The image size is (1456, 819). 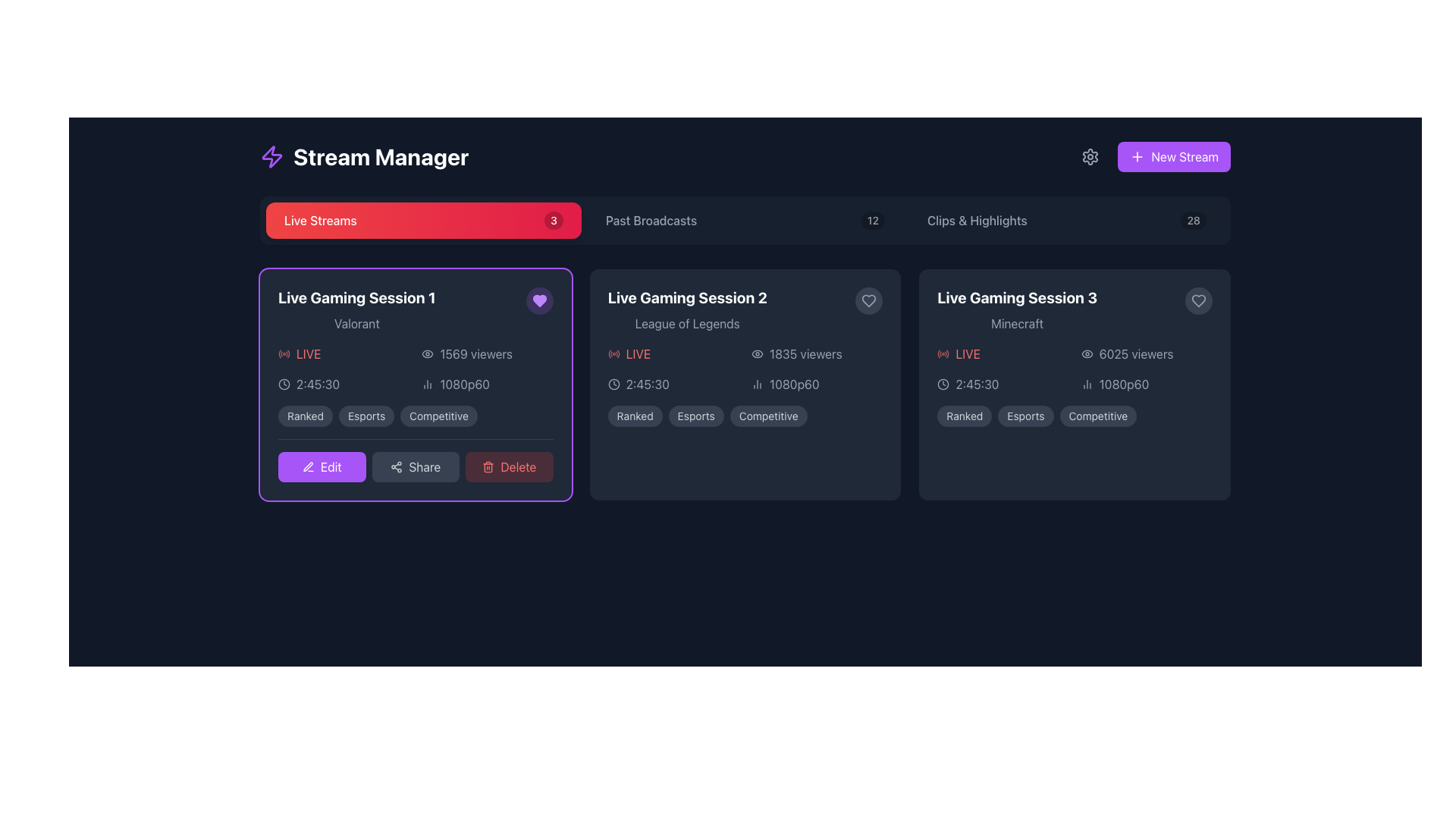 What do you see at coordinates (805, 353) in the screenshot?
I see `the text label indicating the total number of views in the 'Live Gaming Session 2' card, positioned adjacent to the eye icon` at bounding box center [805, 353].